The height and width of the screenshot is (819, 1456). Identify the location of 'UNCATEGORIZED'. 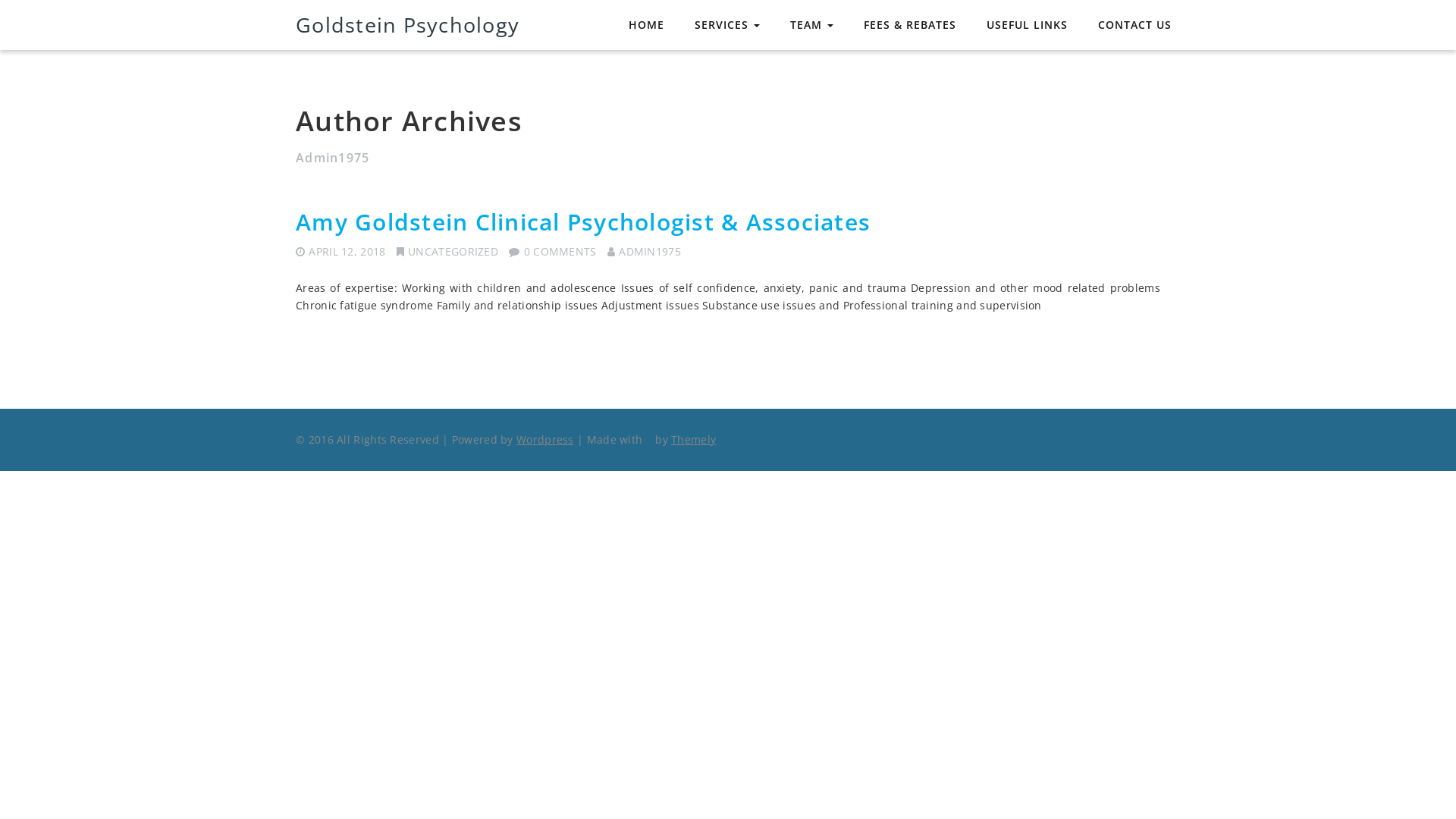
(452, 250).